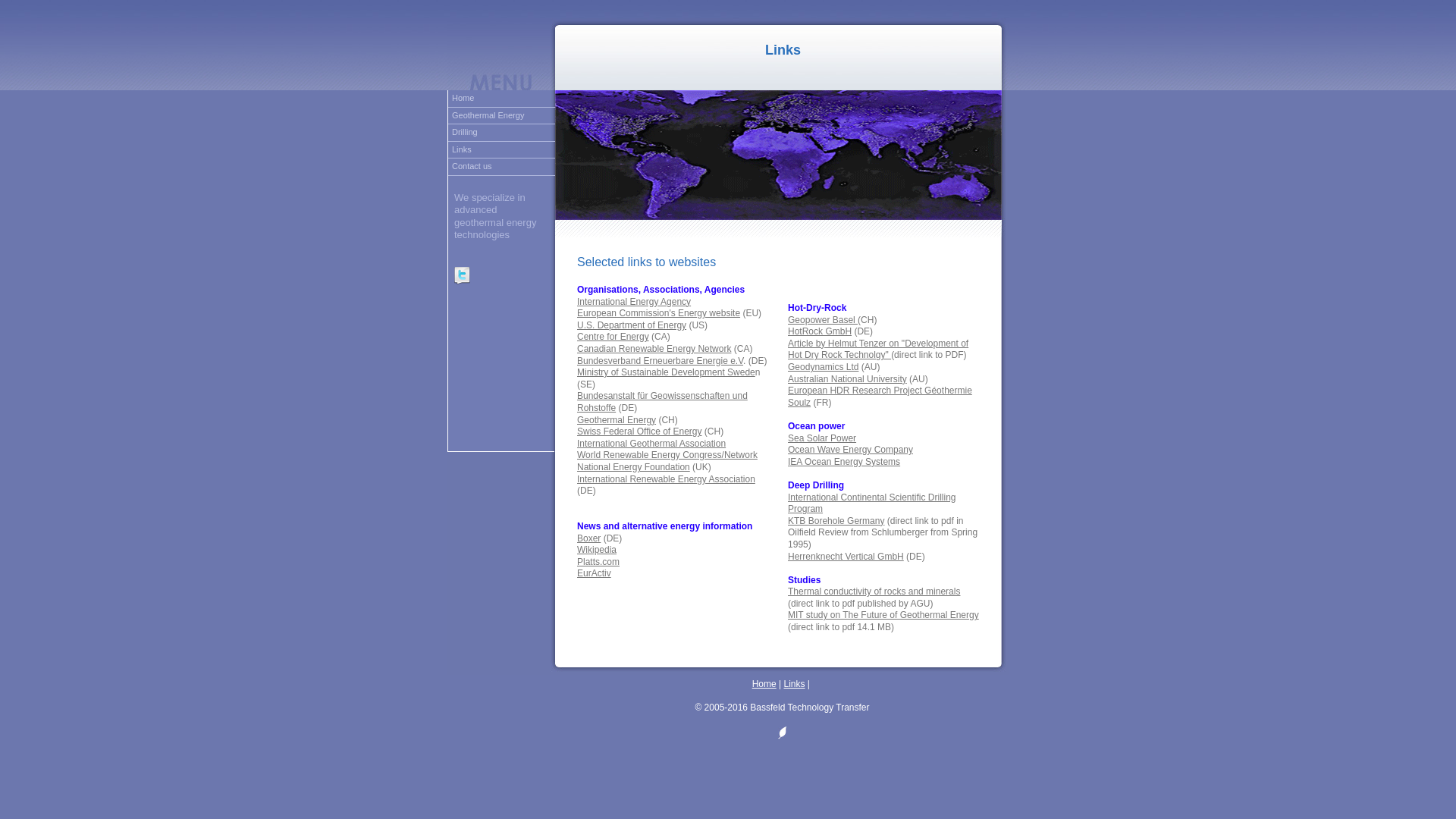 The height and width of the screenshot is (819, 1456). What do you see at coordinates (576, 537) in the screenshot?
I see `'Boxer'` at bounding box center [576, 537].